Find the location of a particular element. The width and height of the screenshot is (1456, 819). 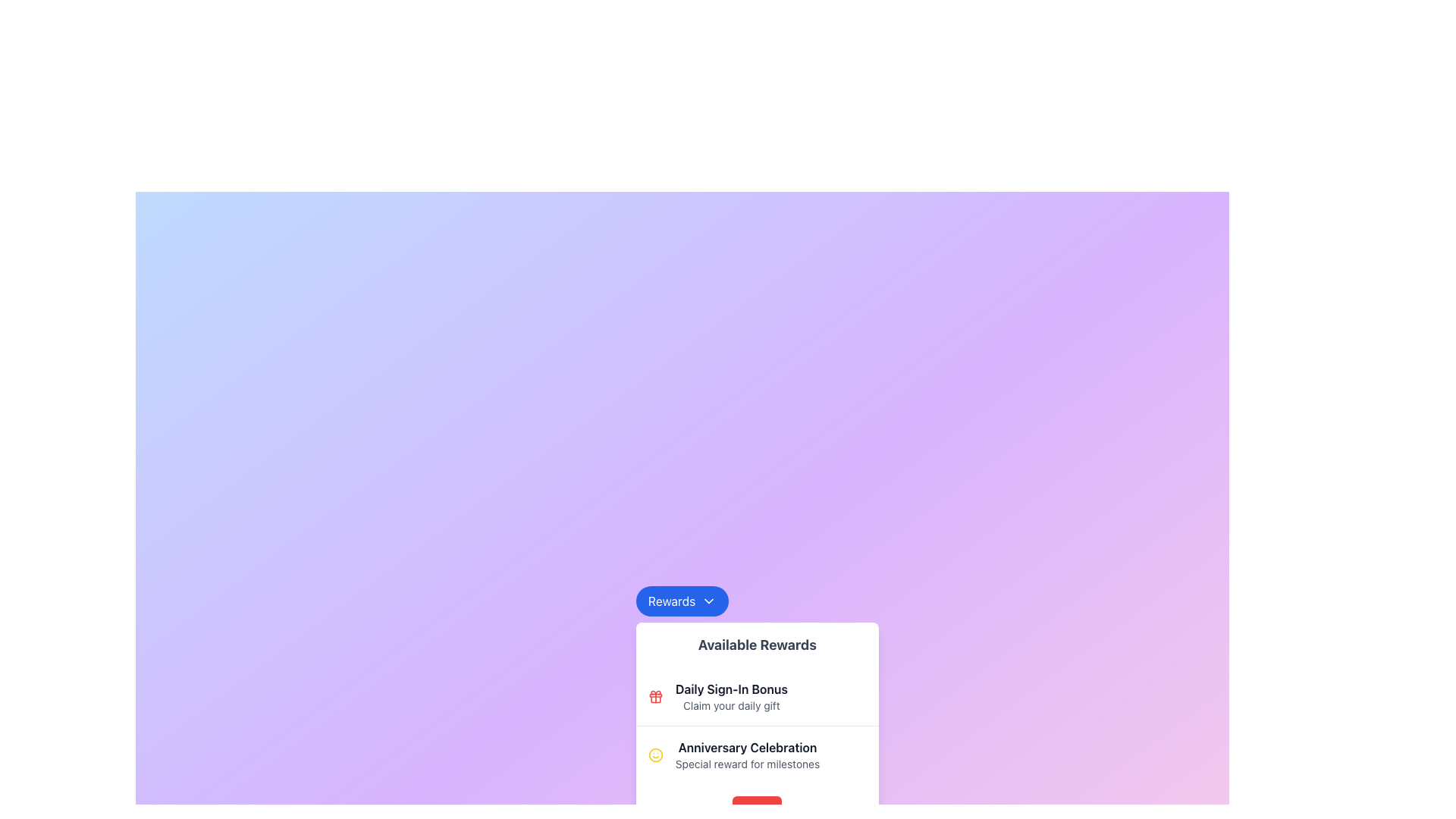

the second text label providing information about the daily gift under the 'Daily Sign-In Bonus' section is located at coordinates (731, 705).